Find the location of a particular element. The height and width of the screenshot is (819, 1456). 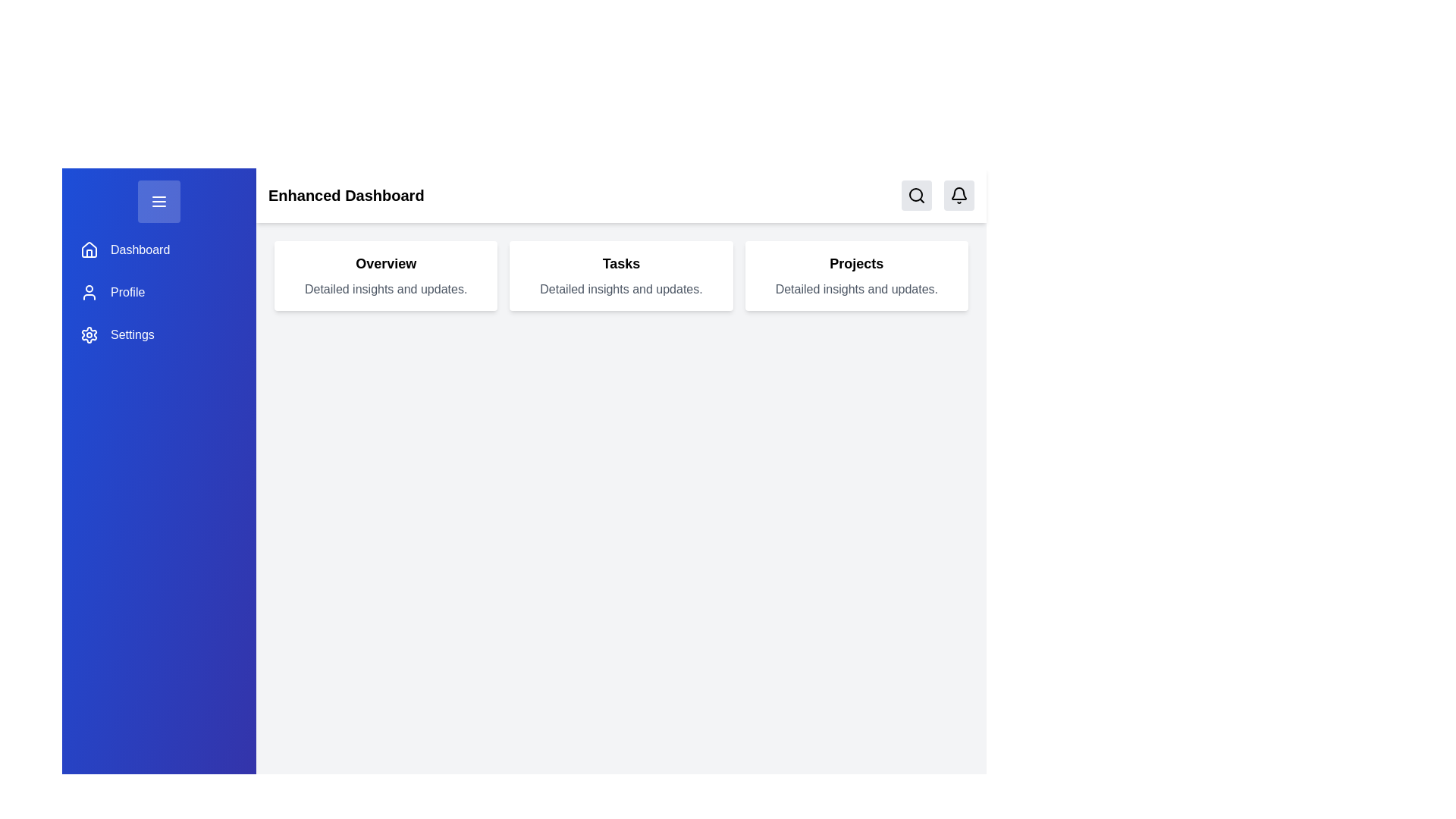

the header text element, which serves as the title for the current page and is positioned in the top white bar, aligned to the left but right of the blue navigation sidebar is located at coordinates (345, 195).